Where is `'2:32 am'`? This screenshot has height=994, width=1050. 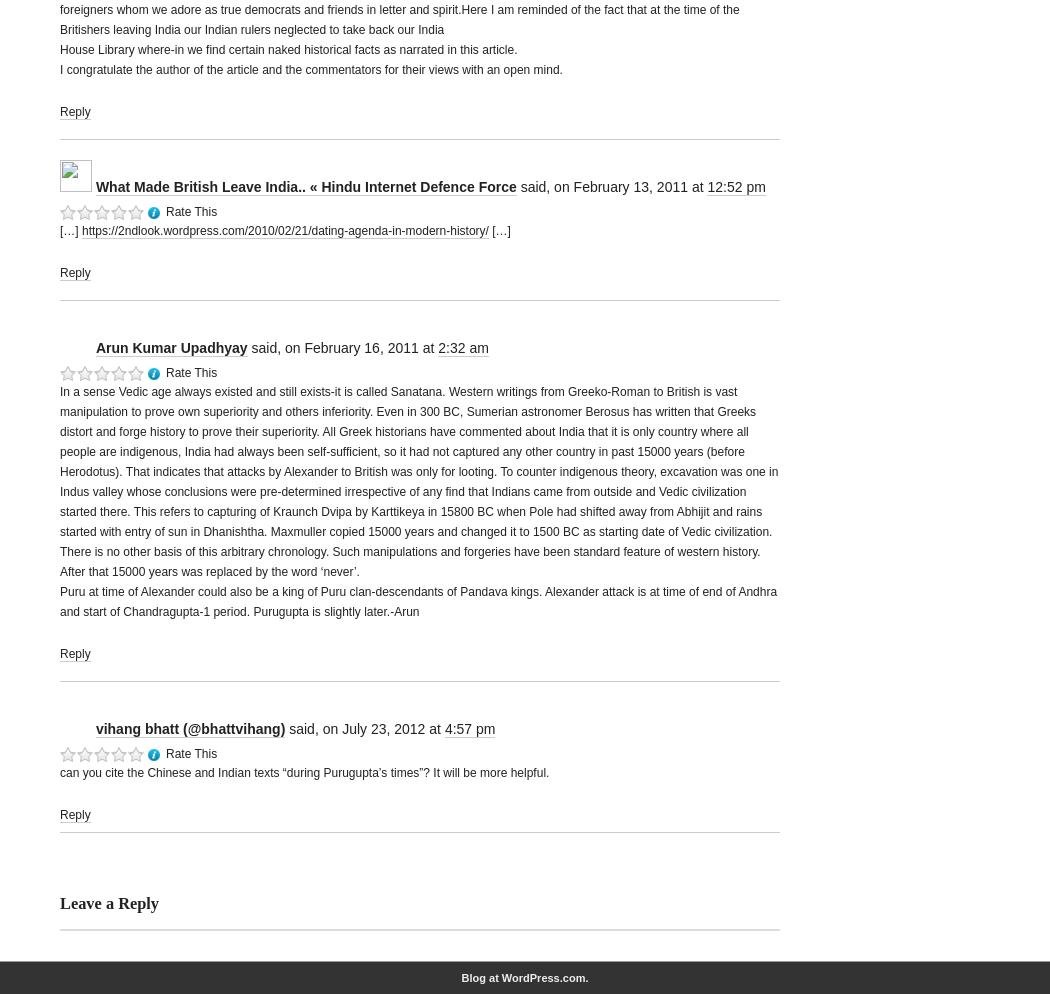
'2:32 am' is located at coordinates (436, 346).